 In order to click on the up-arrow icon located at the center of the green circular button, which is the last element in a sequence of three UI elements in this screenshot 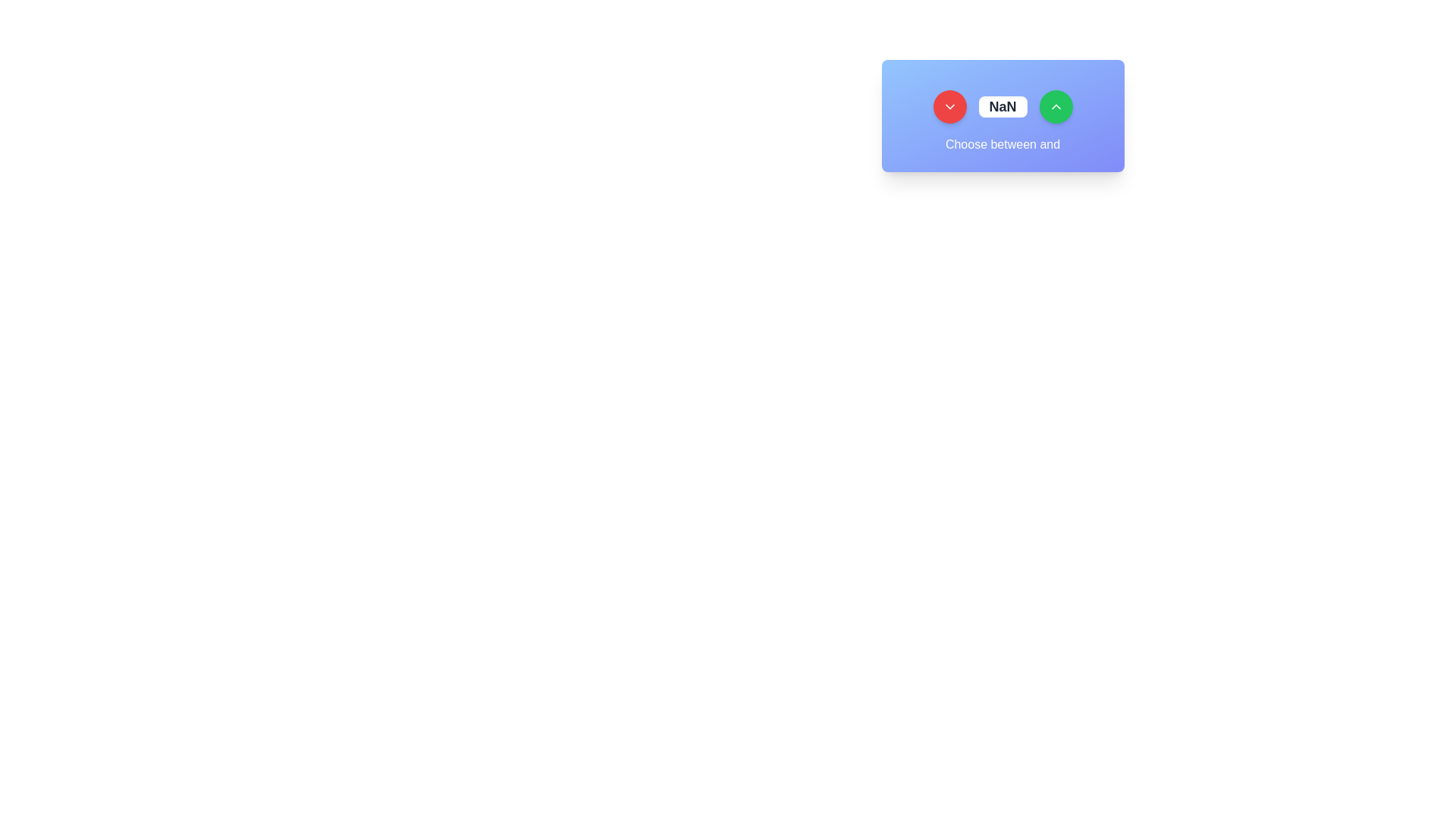, I will do `click(1055, 106)`.